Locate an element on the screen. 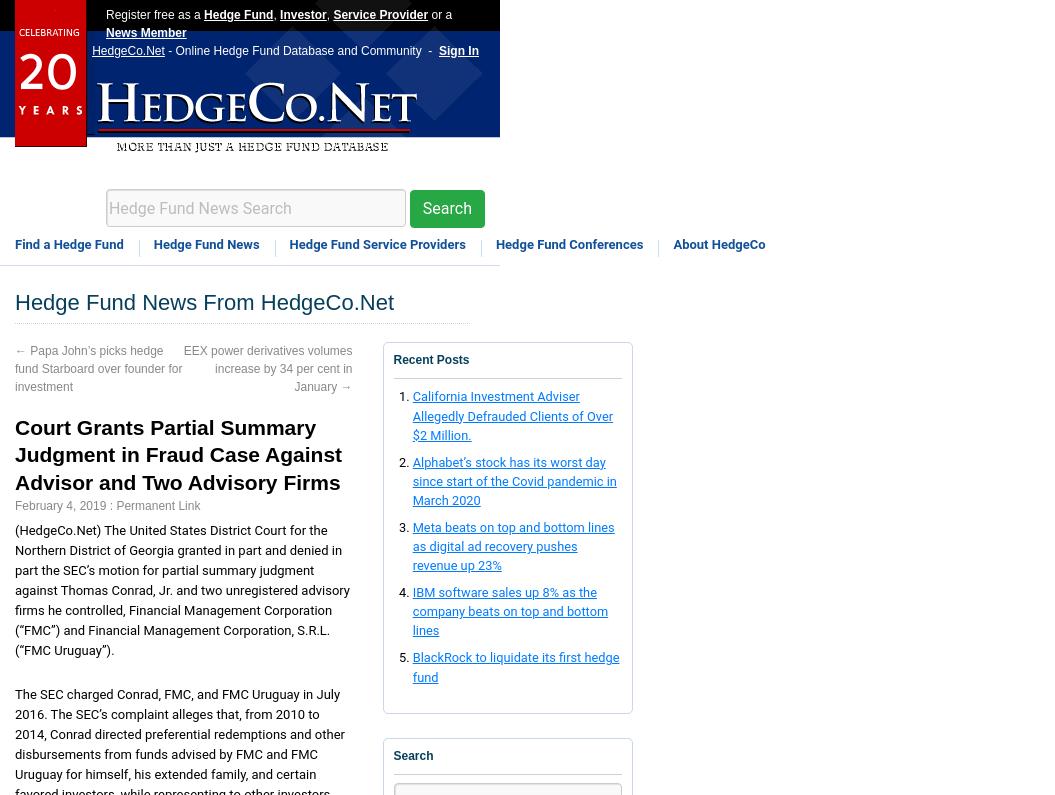 Image resolution: width=1055 pixels, height=795 pixels. 'Register free as a' is located at coordinates (154, 14).